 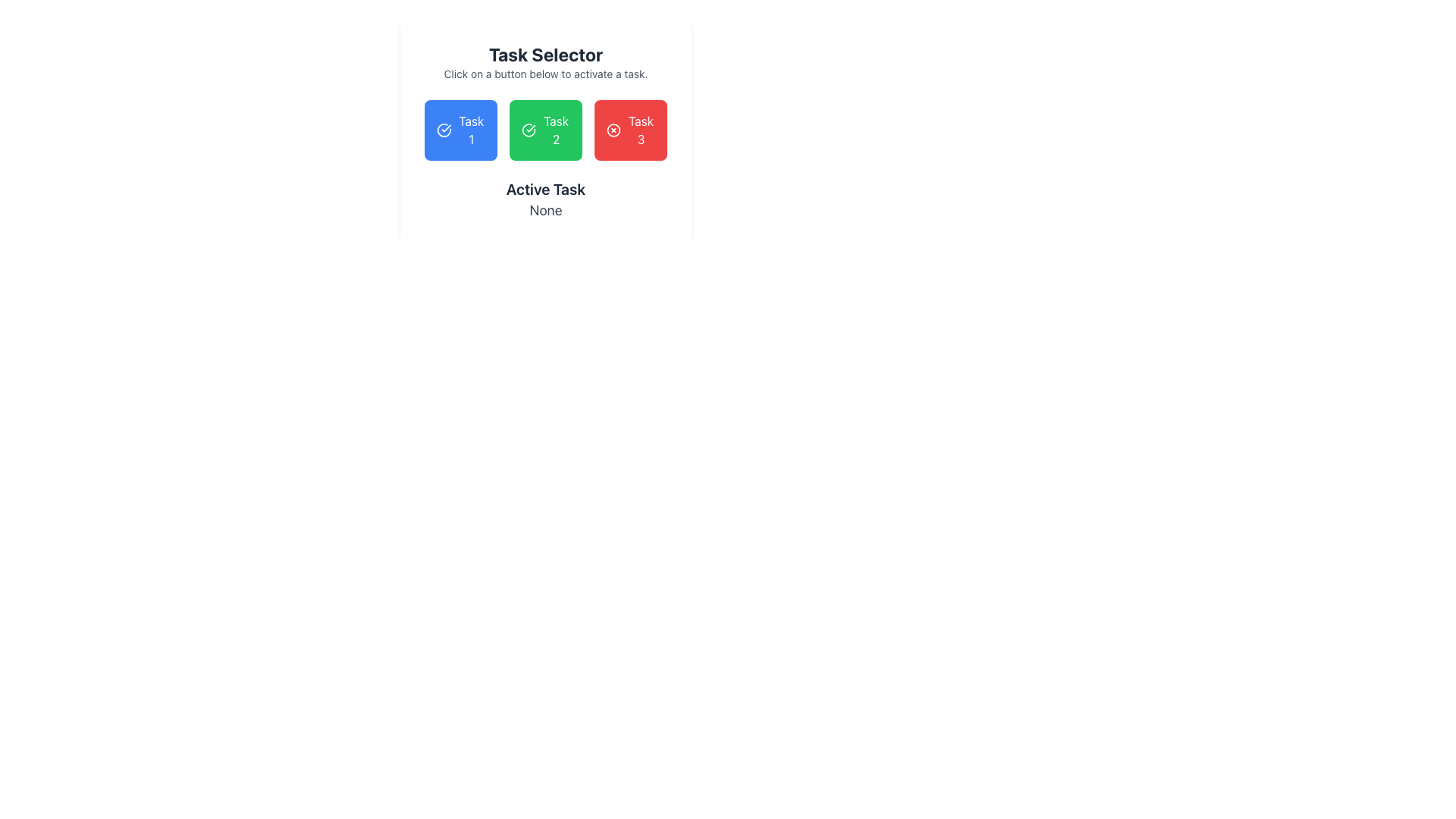 What do you see at coordinates (443, 130) in the screenshot?
I see `the circular checkmark icon outlined in white inside the blue button labeled 'Task 1'` at bounding box center [443, 130].